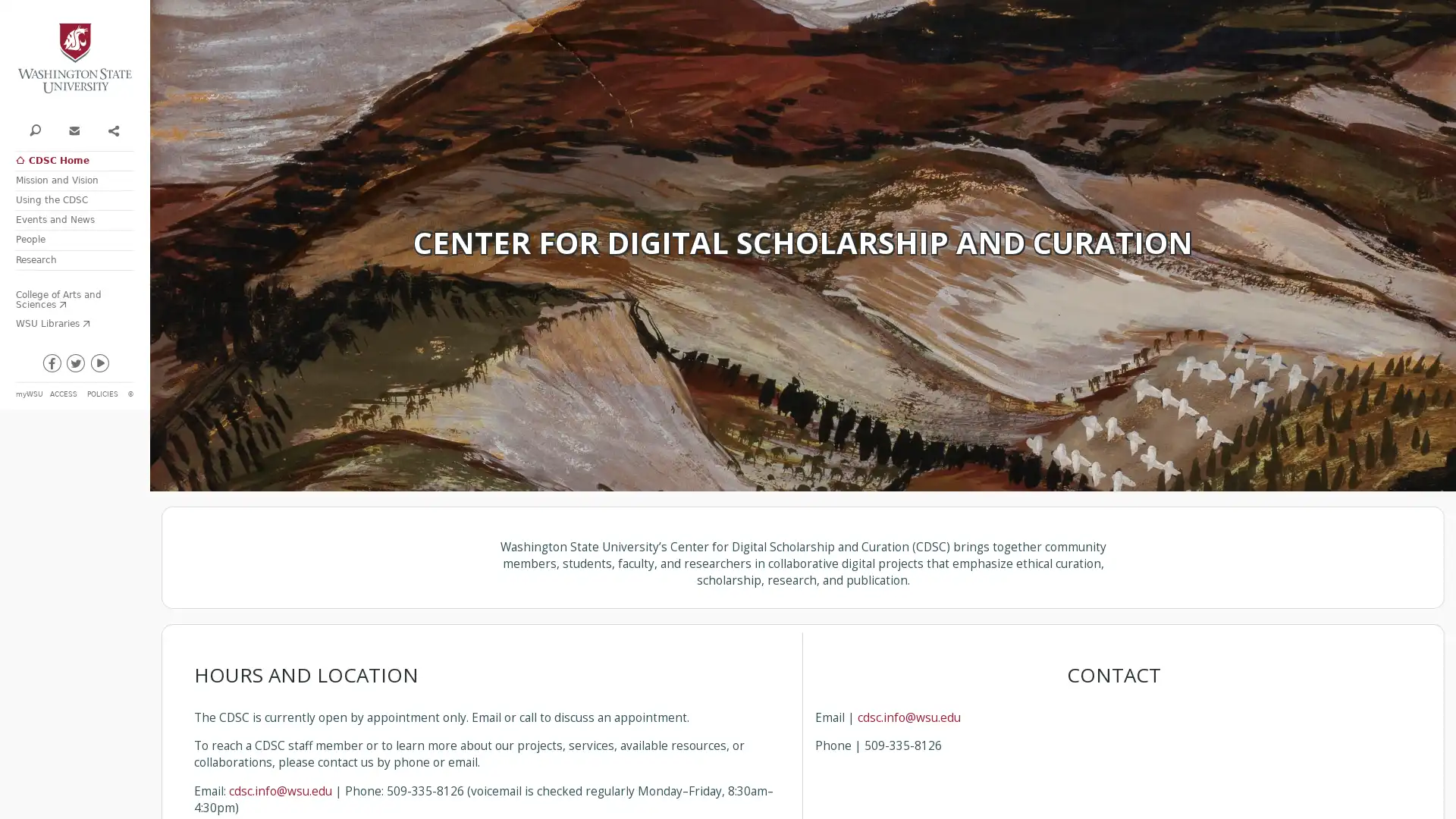  What do you see at coordinates (35, 128) in the screenshot?
I see `$ Search` at bounding box center [35, 128].